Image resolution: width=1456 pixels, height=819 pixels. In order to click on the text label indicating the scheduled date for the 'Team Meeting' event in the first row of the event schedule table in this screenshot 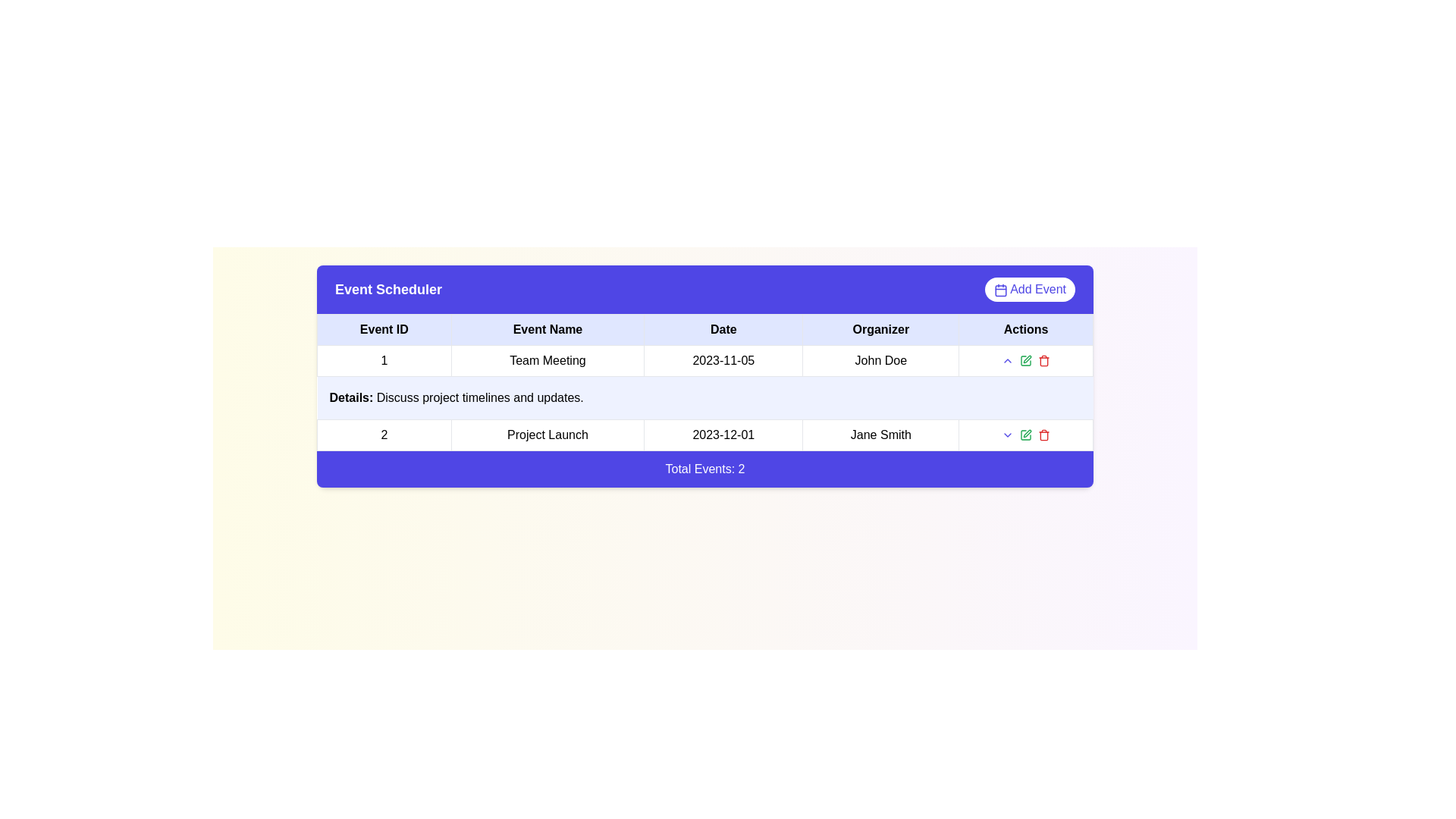, I will do `click(723, 360)`.